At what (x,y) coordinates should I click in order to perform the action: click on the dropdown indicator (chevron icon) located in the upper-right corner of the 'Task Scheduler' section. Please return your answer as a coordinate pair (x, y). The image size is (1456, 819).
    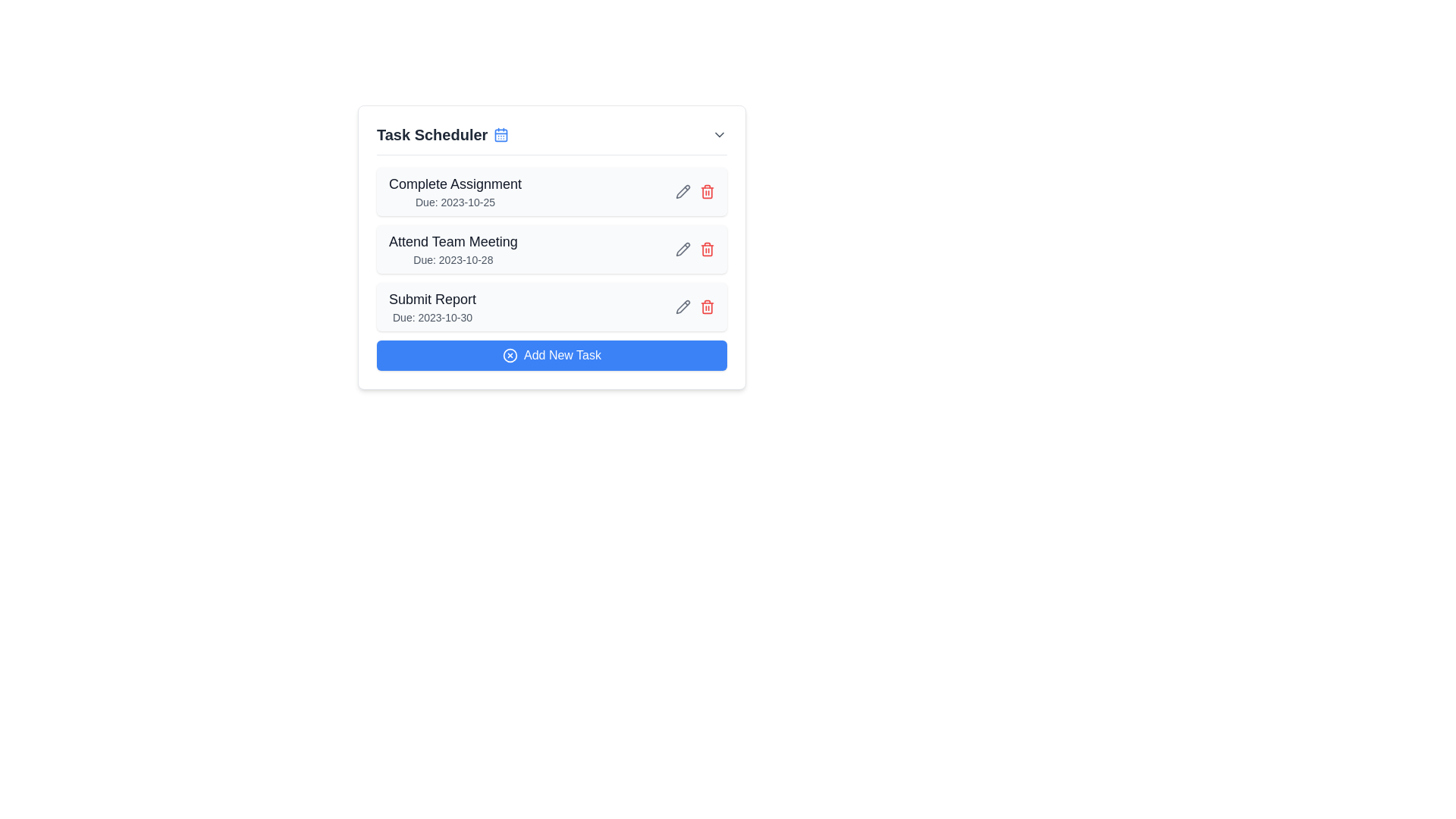
    Looking at the image, I should click on (719, 133).